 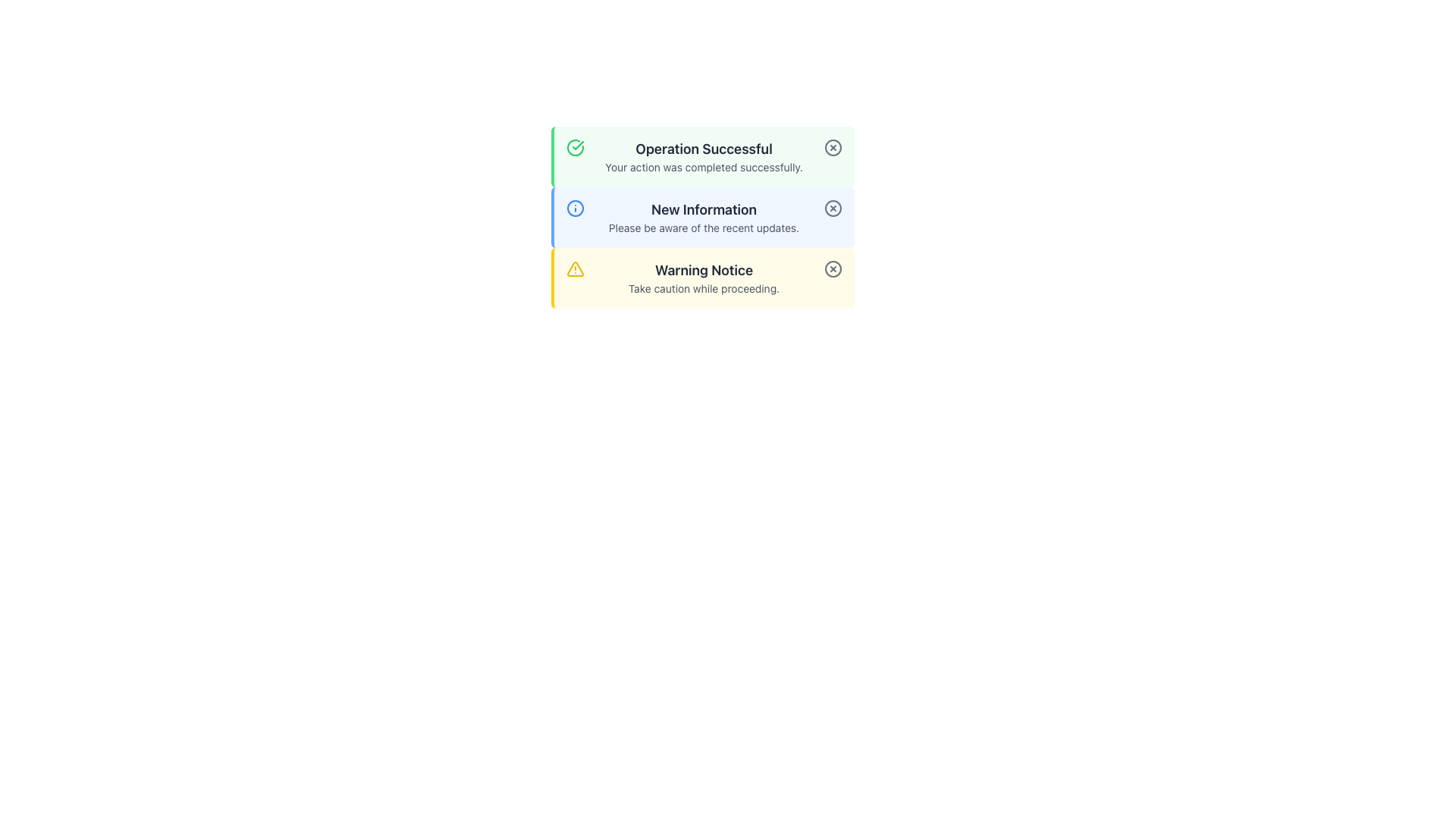 What do you see at coordinates (574, 208) in the screenshot?
I see `the circular blue information icon located on the left side of the notification box titled 'New Information.'` at bounding box center [574, 208].